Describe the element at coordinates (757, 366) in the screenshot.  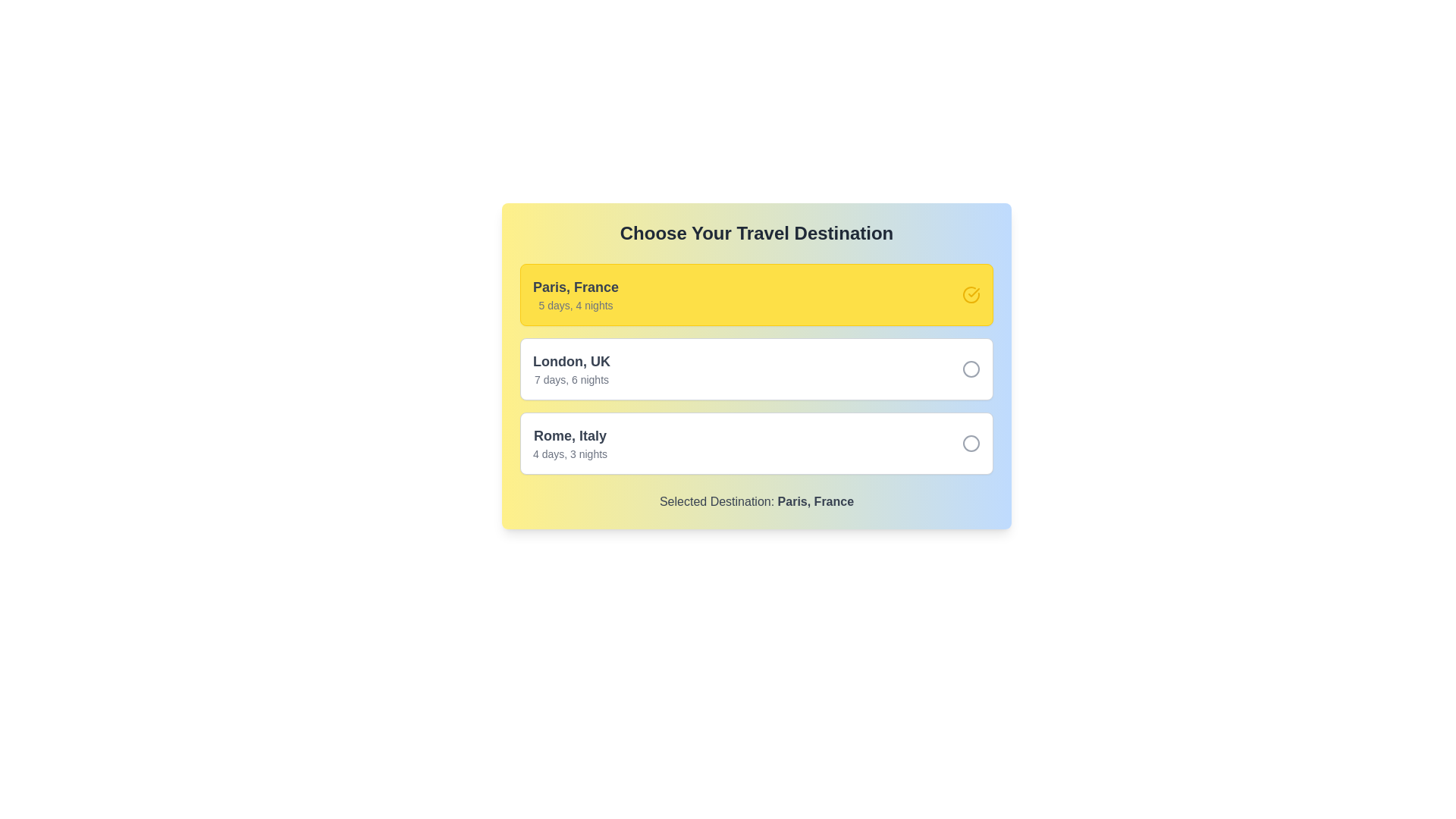
I see `the travel destination card displaying information about 'London, UK', which is the second card in a vertical stack of three, featuring a white background, gray border, and rounded corners` at that location.